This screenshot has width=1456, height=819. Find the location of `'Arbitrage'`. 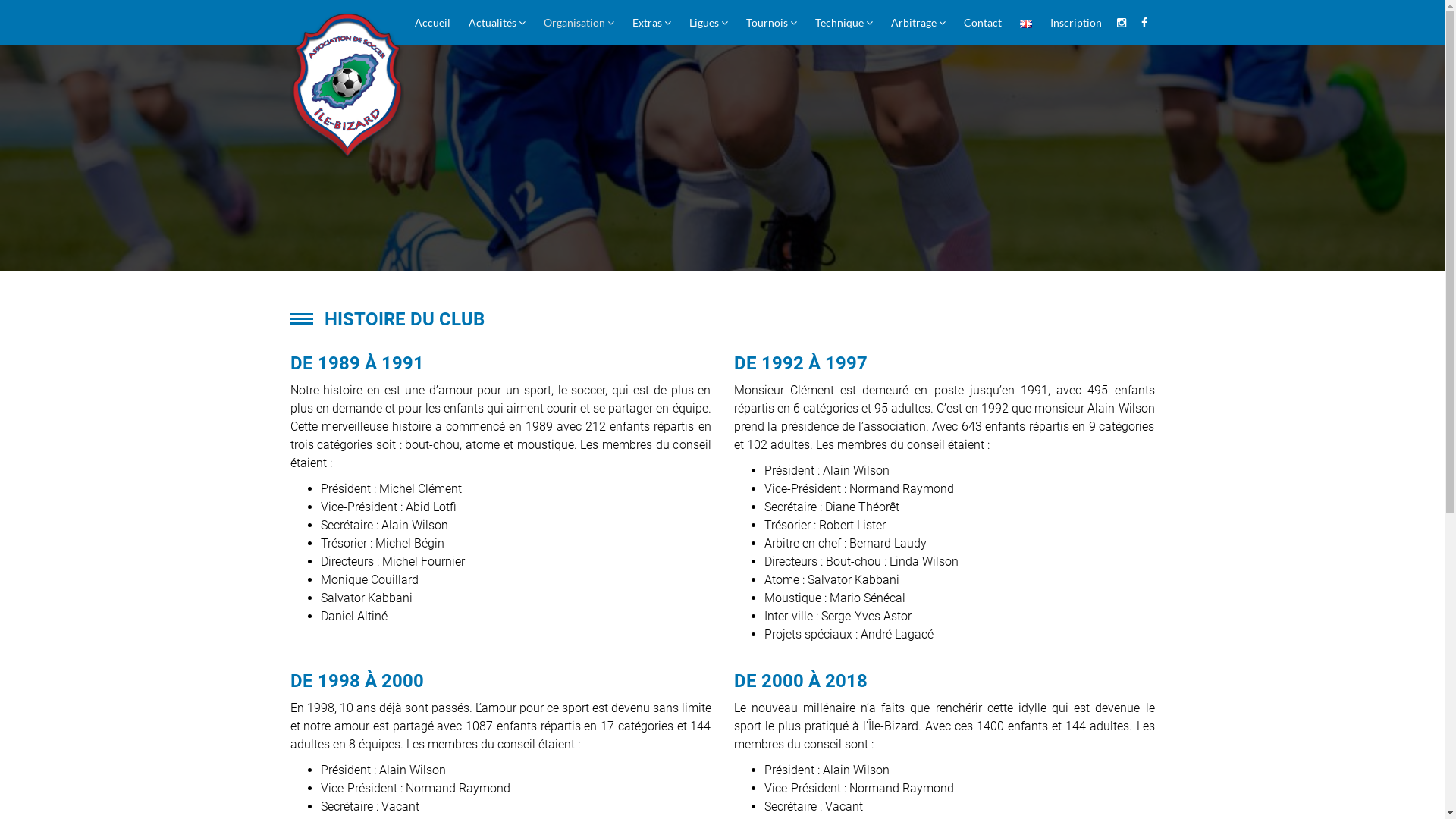

'Arbitrage' is located at coordinates (916, 23).